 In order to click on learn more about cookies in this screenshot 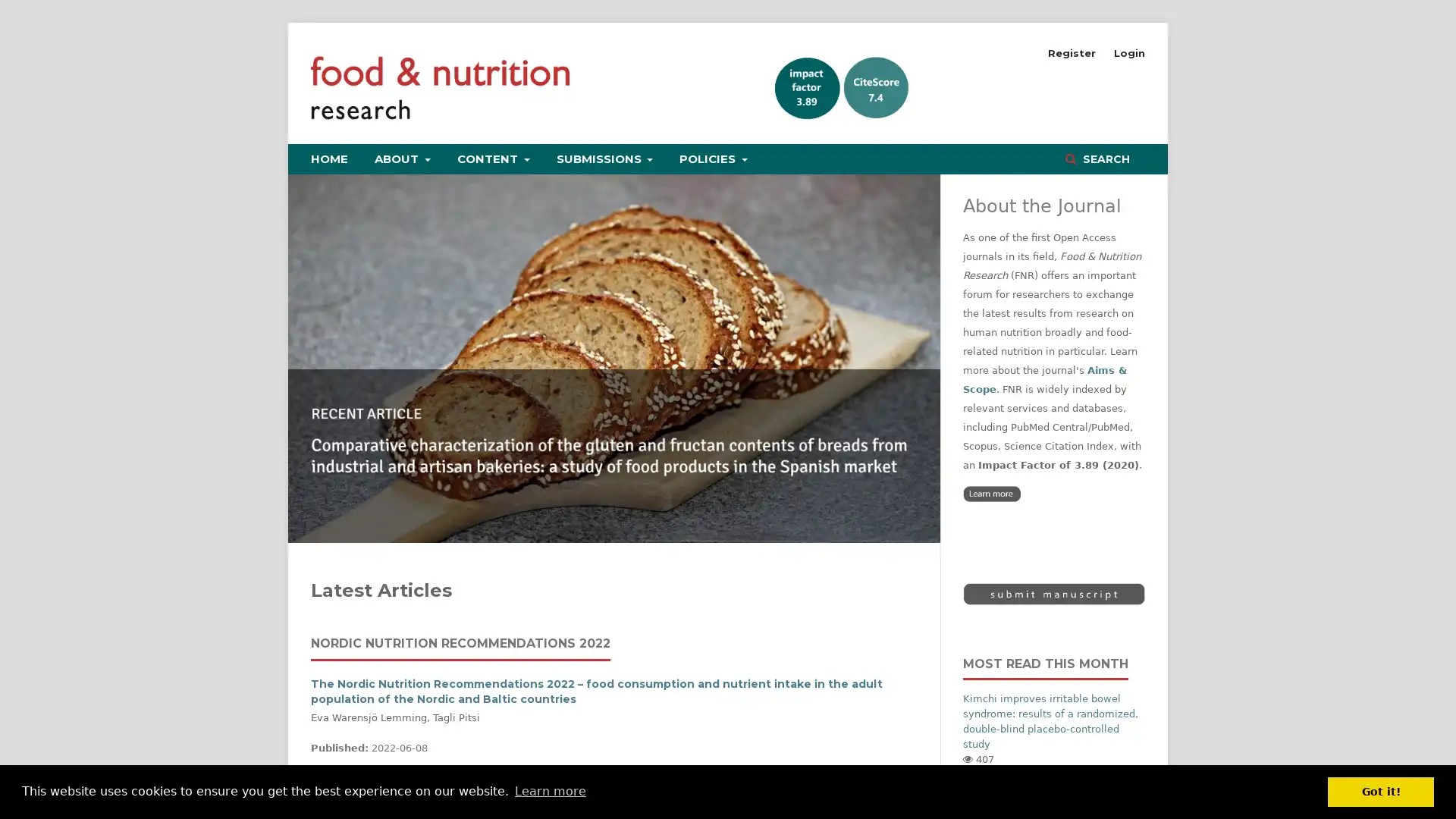, I will do `click(549, 791)`.